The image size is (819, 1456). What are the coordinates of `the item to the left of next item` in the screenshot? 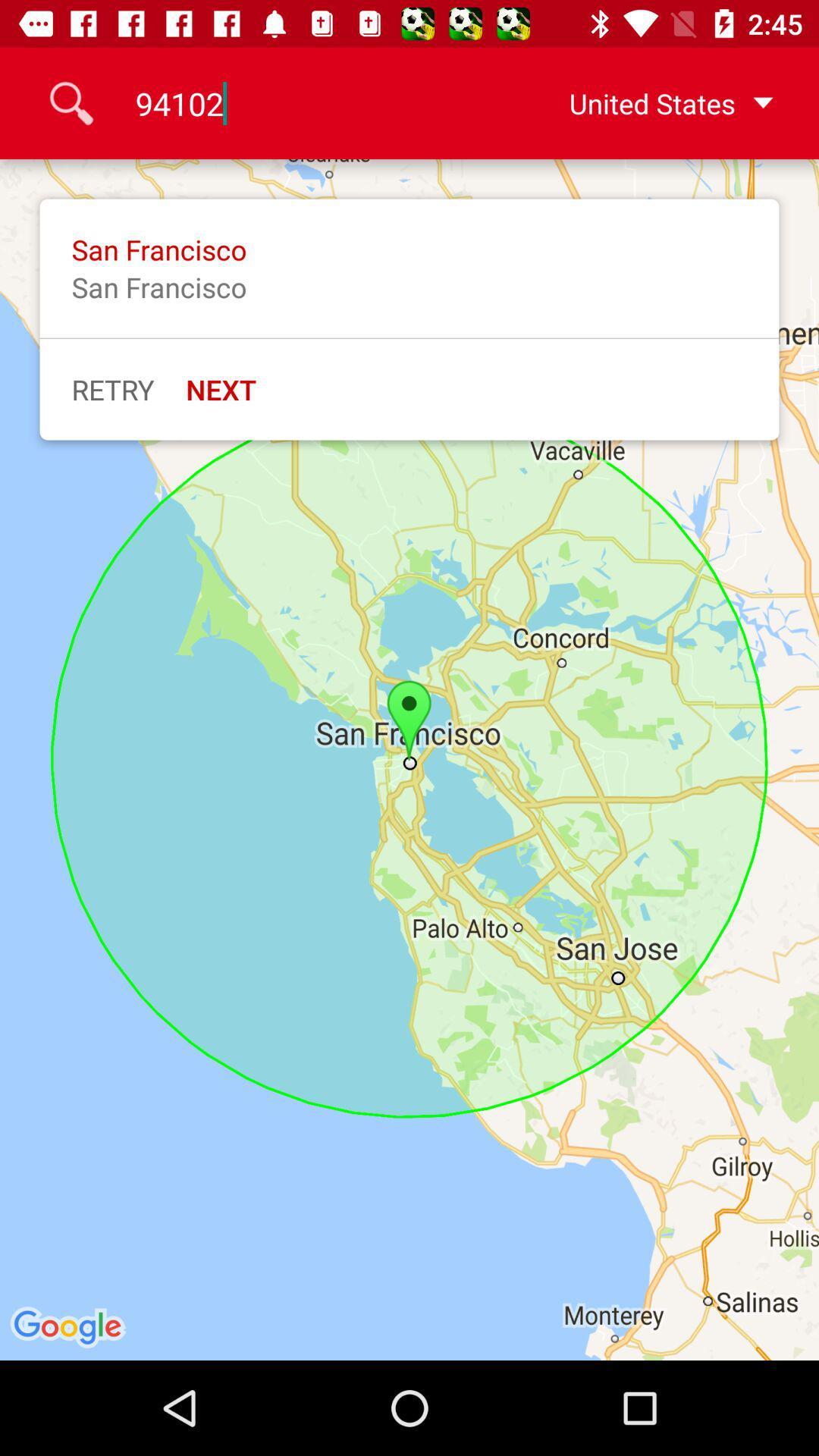 It's located at (111, 389).